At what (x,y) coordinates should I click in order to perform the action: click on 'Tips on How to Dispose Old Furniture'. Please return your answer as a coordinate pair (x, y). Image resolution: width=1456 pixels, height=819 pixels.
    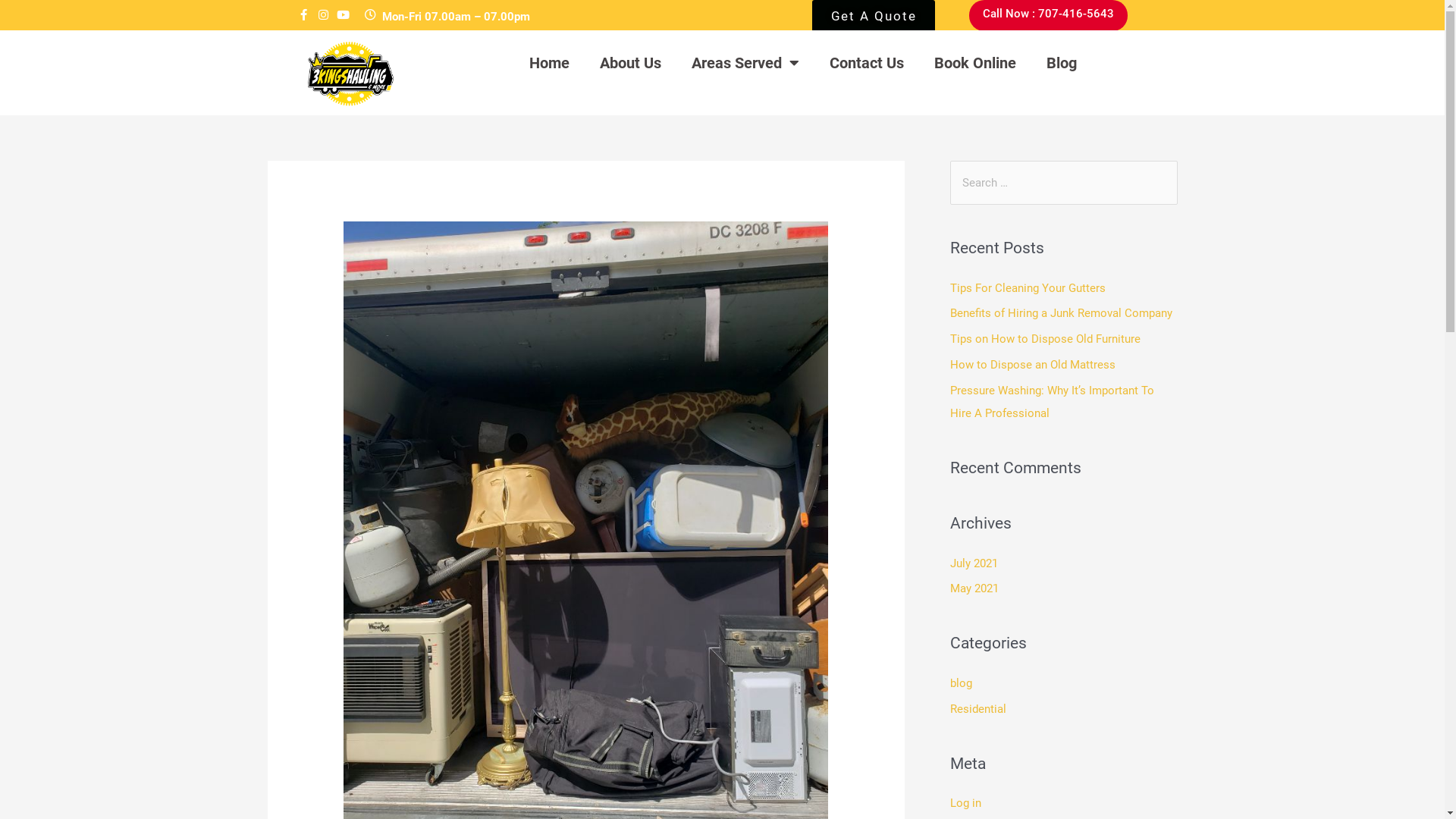
    Looking at the image, I should click on (1043, 338).